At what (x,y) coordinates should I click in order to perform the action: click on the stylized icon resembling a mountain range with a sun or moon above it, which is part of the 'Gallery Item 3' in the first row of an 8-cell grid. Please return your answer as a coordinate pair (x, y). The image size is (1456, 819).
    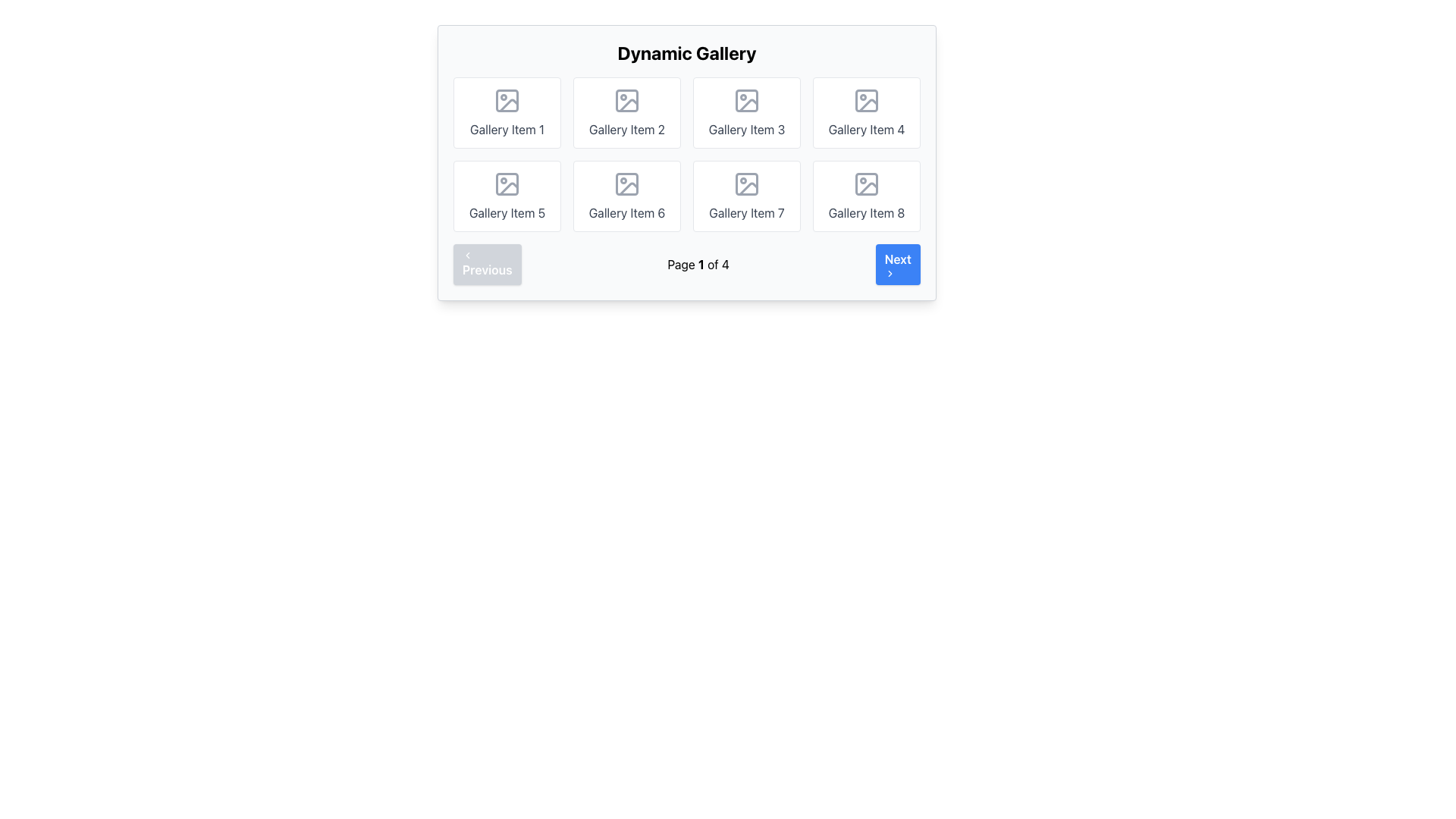
    Looking at the image, I should click on (748, 105).